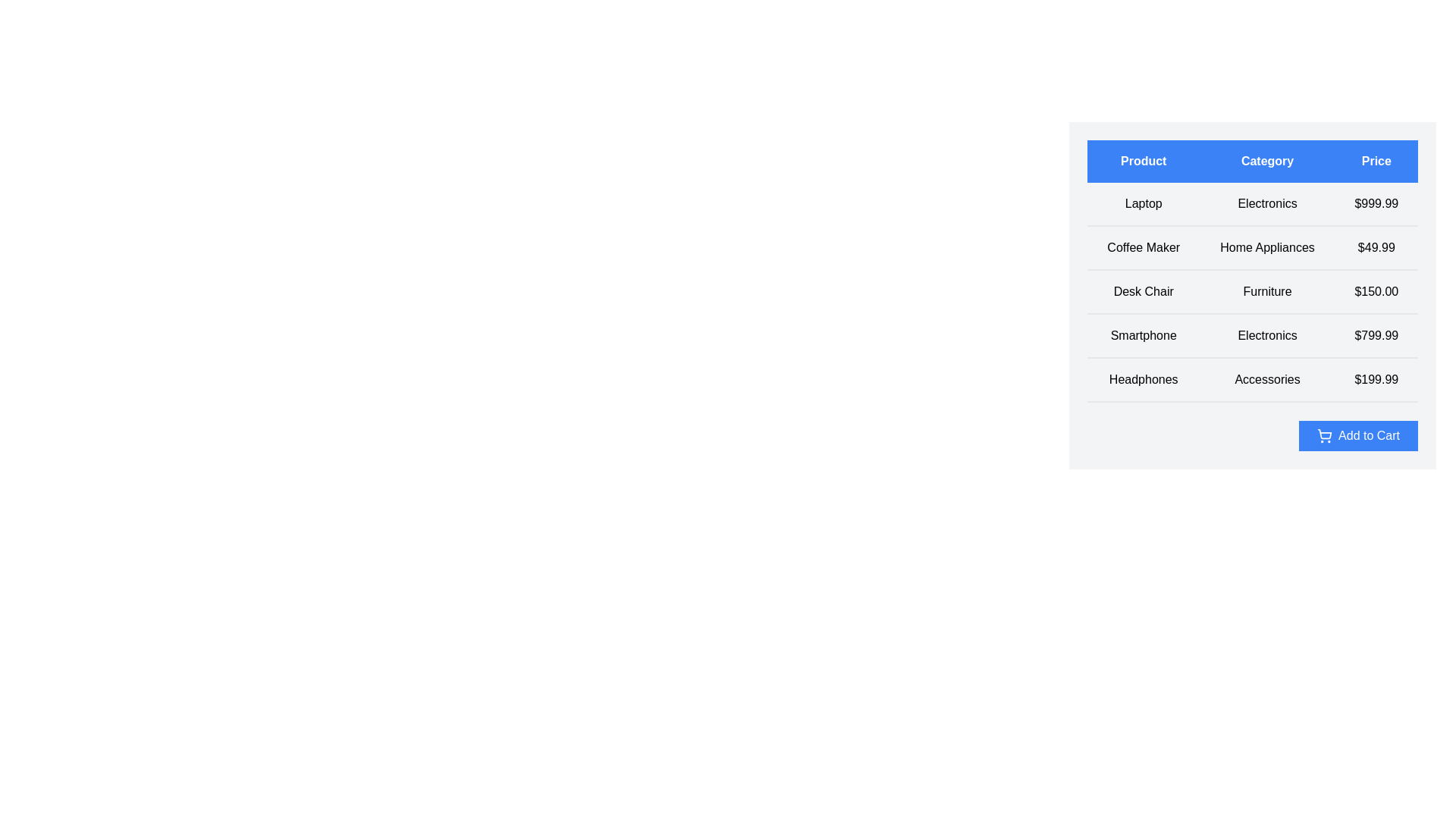 The width and height of the screenshot is (1456, 819). What do you see at coordinates (1376, 161) in the screenshot?
I see `text 'Price' from the Table Header Cell that labels the 'Price' column in the table, positioned in the header row to the right of 'Product' and 'Category'` at bounding box center [1376, 161].